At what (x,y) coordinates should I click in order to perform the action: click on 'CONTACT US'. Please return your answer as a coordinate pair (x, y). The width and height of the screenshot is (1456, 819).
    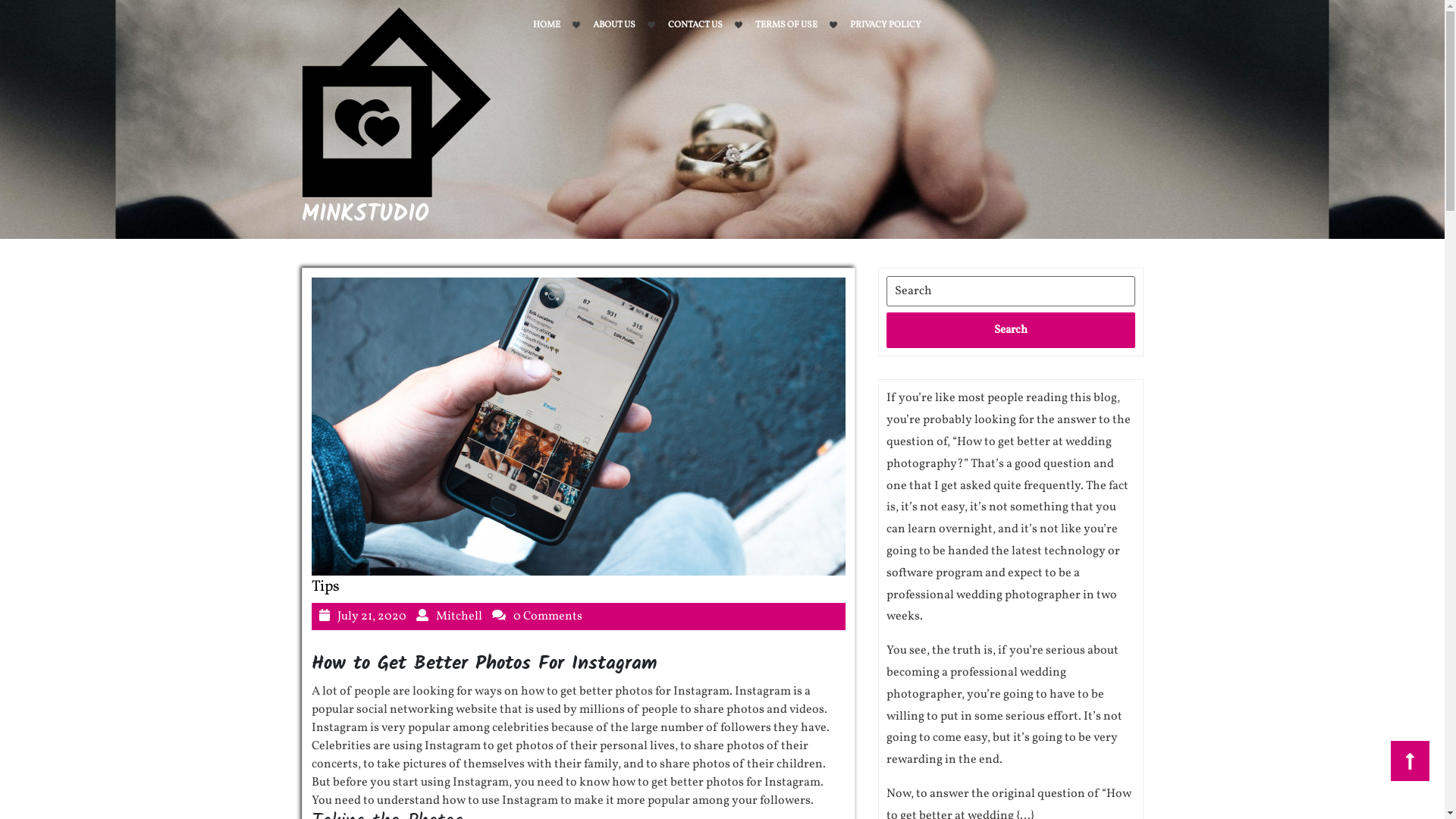
    Looking at the image, I should click on (651, 25).